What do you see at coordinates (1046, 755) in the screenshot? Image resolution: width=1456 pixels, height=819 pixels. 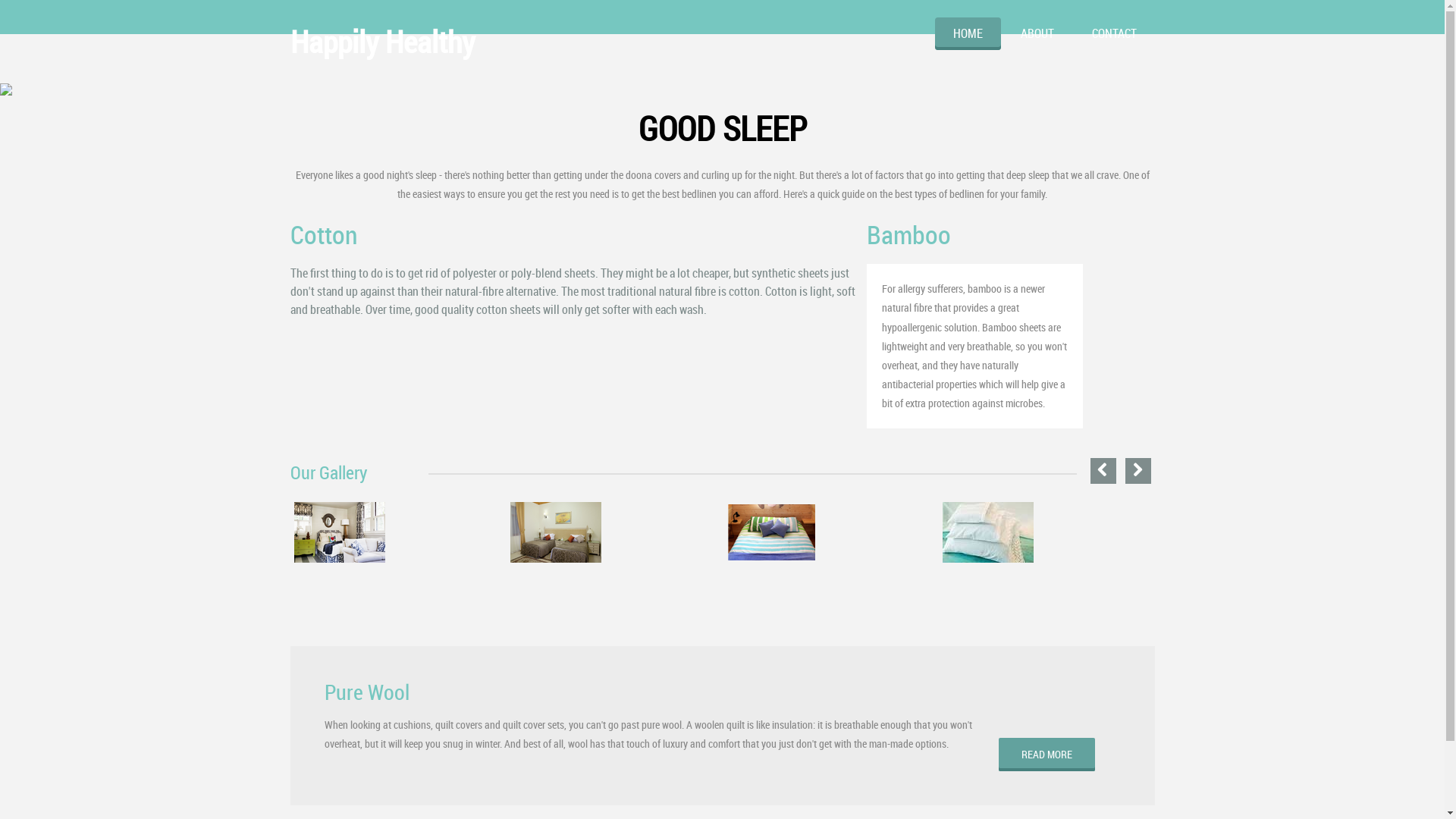 I see `'READ MORE'` at bounding box center [1046, 755].